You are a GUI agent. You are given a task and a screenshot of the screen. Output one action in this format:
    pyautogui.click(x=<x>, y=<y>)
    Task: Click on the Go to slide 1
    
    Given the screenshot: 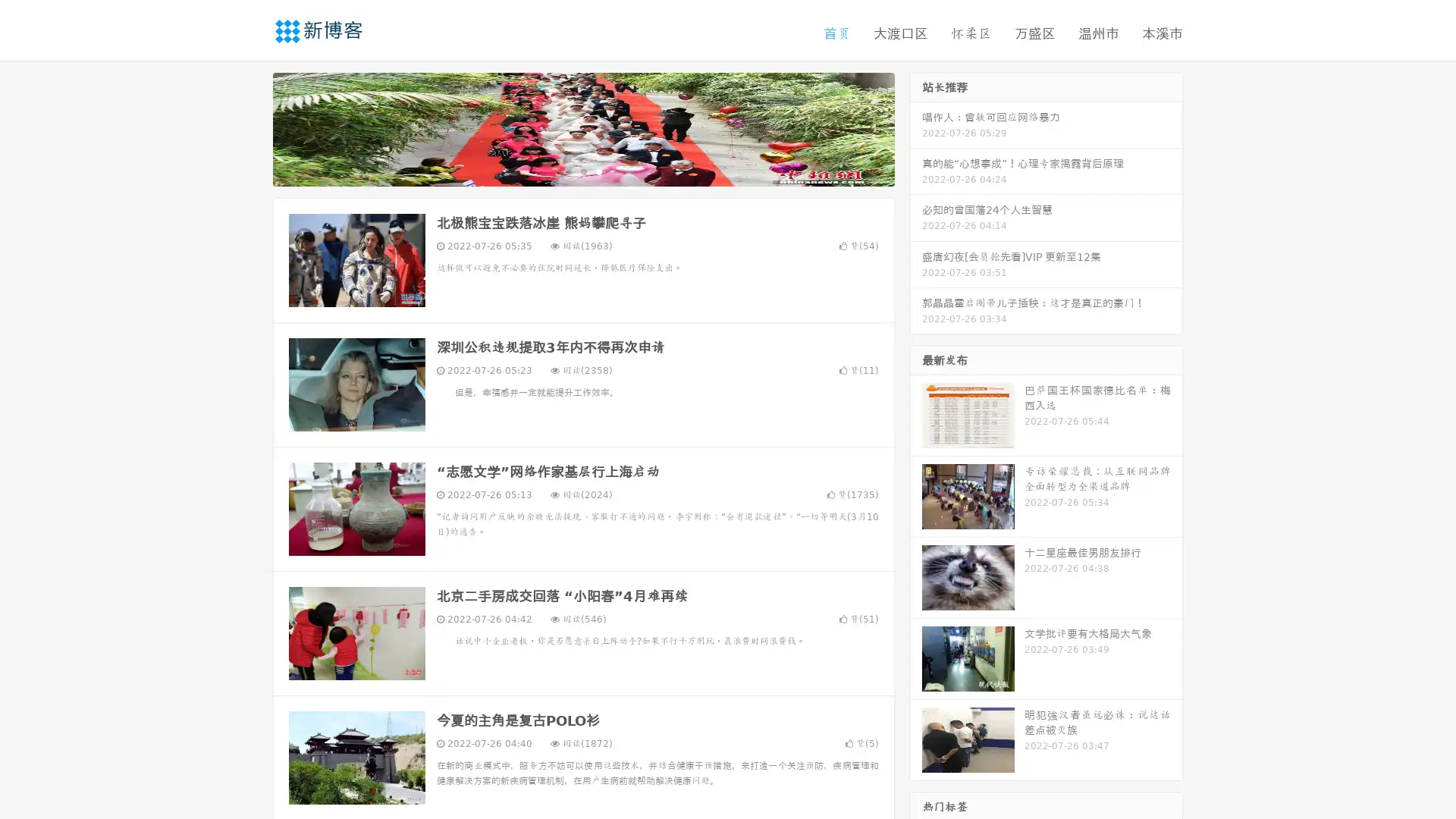 What is the action you would take?
    pyautogui.click(x=567, y=171)
    